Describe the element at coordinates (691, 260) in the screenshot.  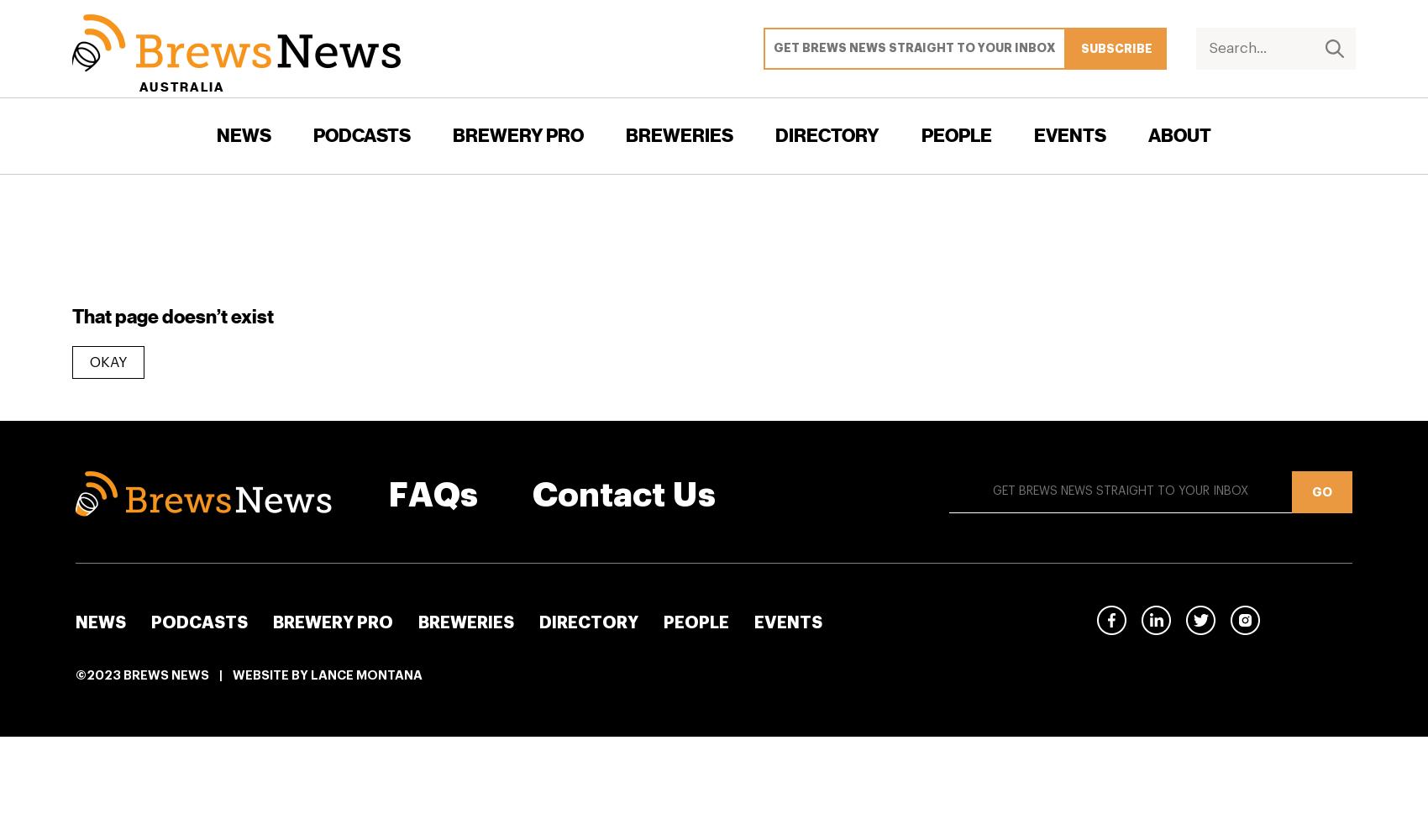
I see `'Brewery Openings'` at that location.